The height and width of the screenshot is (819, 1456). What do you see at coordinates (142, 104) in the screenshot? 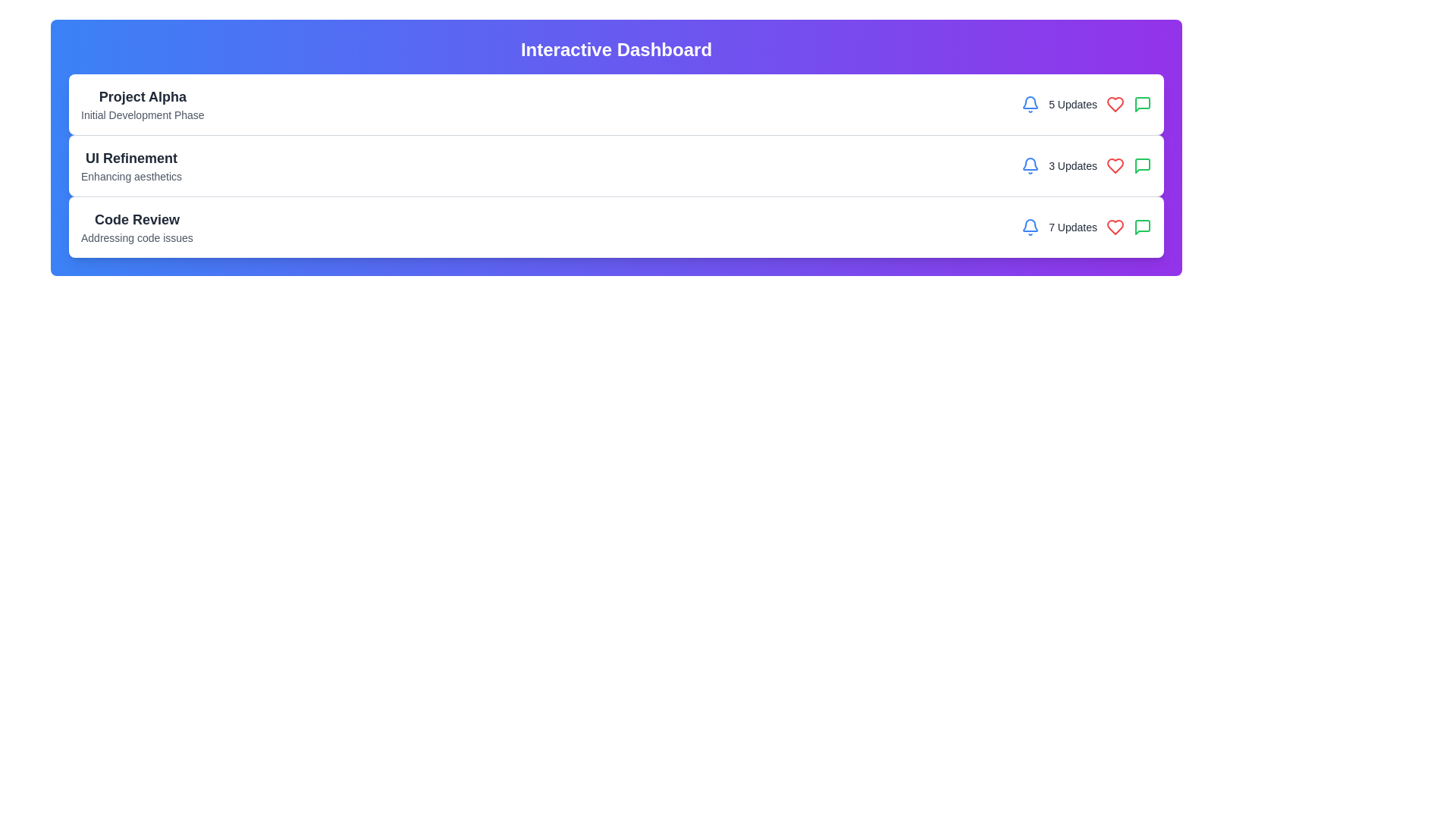
I see `the 'Project Alpha' text label, which is a bold title indicating the project name, to focus on the associated project details` at bounding box center [142, 104].